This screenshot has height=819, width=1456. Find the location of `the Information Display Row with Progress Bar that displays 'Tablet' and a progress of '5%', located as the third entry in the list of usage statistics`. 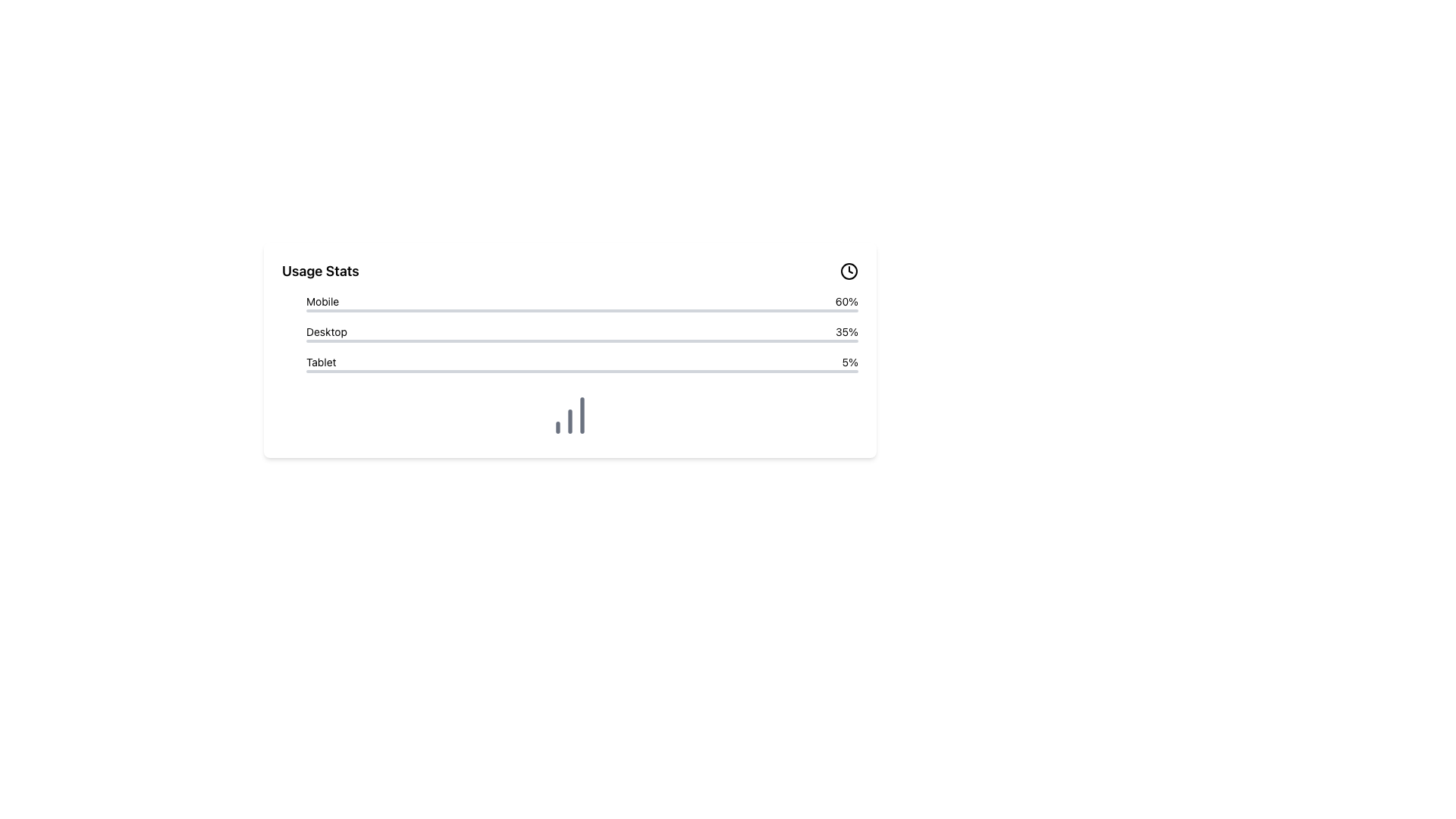

the Information Display Row with Progress Bar that displays 'Tablet' and a progress of '5%', located as the third entry in the list of usage statistics is located at coordinates (570, 363).